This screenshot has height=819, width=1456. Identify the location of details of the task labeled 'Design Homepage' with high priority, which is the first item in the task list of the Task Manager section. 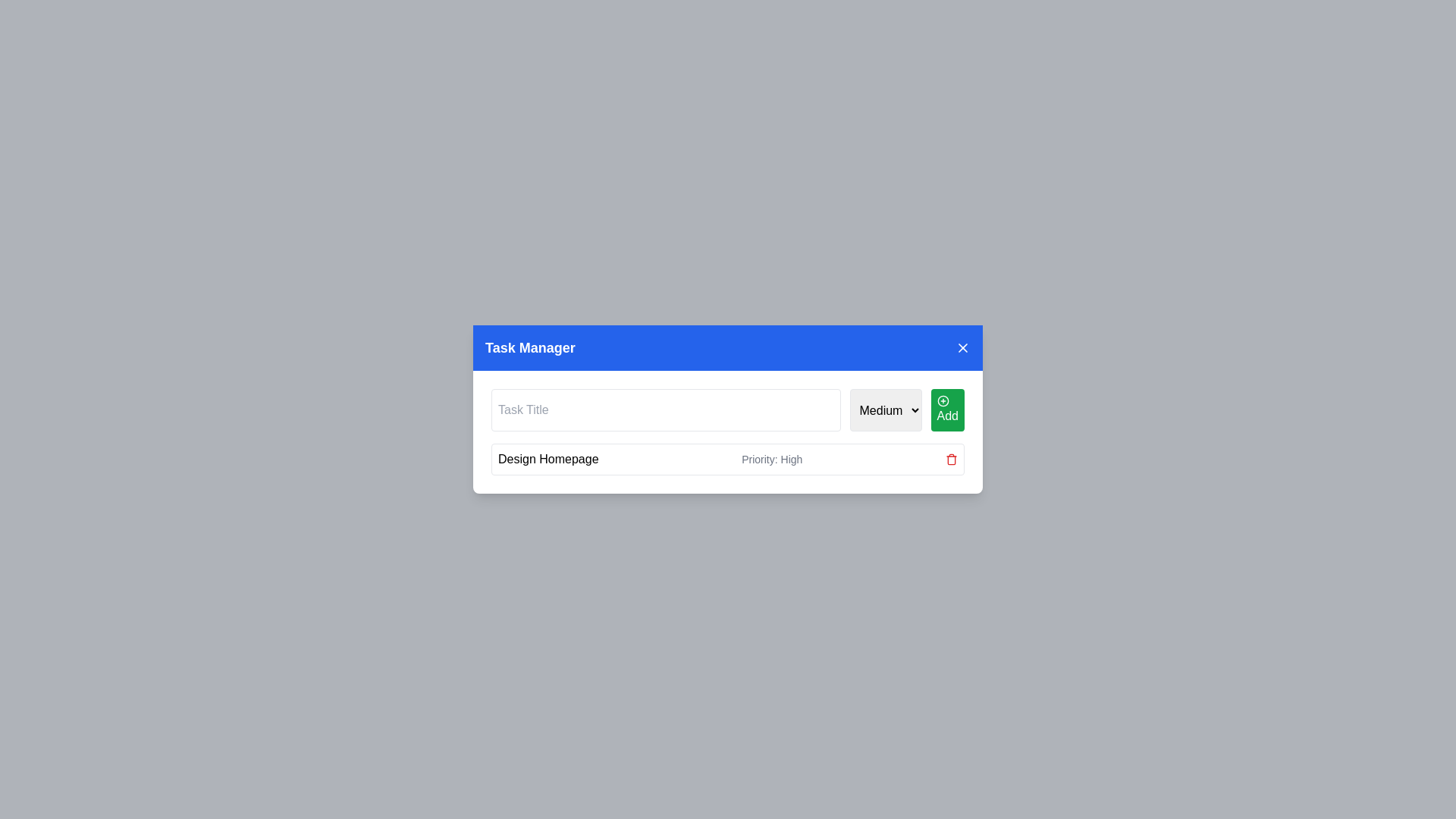
(728, 458).